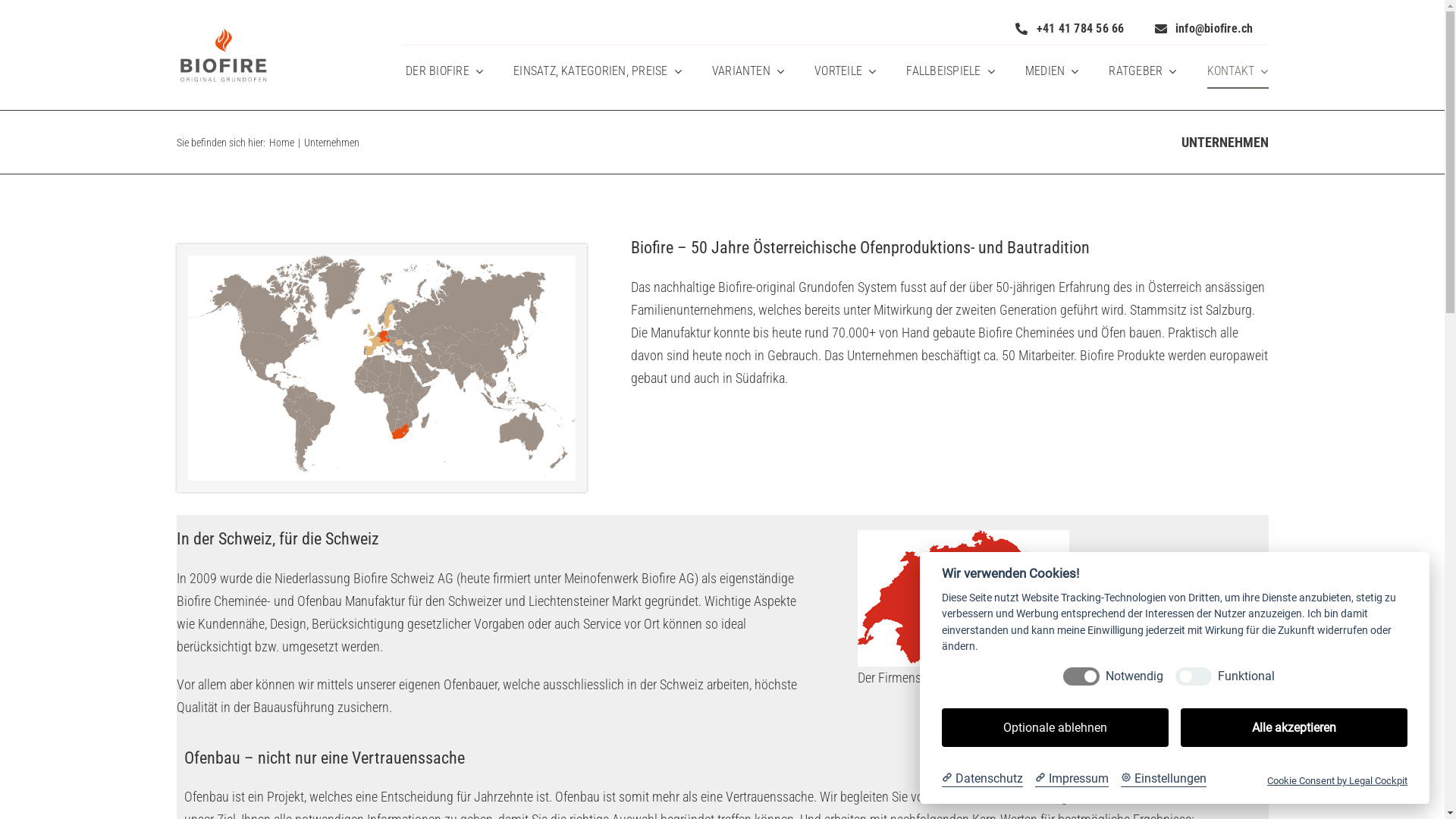 This screenshot has height=819, width=1456. What do you see at coordinates (844, 71) in the screenshot?
I see `'VORTEILE'` at bounding box center [844, 71].